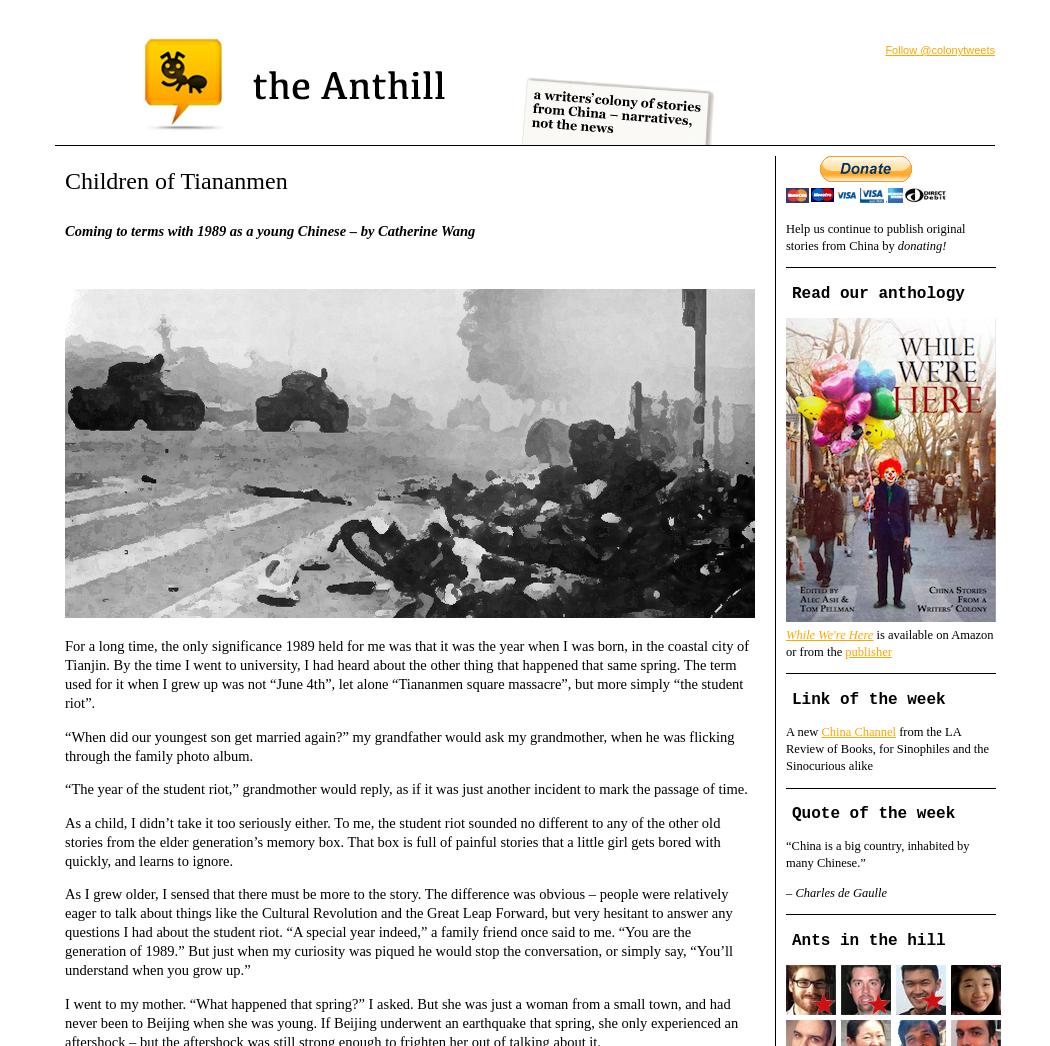 The width and height of the screenshot is (1050, 1046). Describe the element at coordinates (802, 731) in the screenshot. I see `'A new'` at that location.